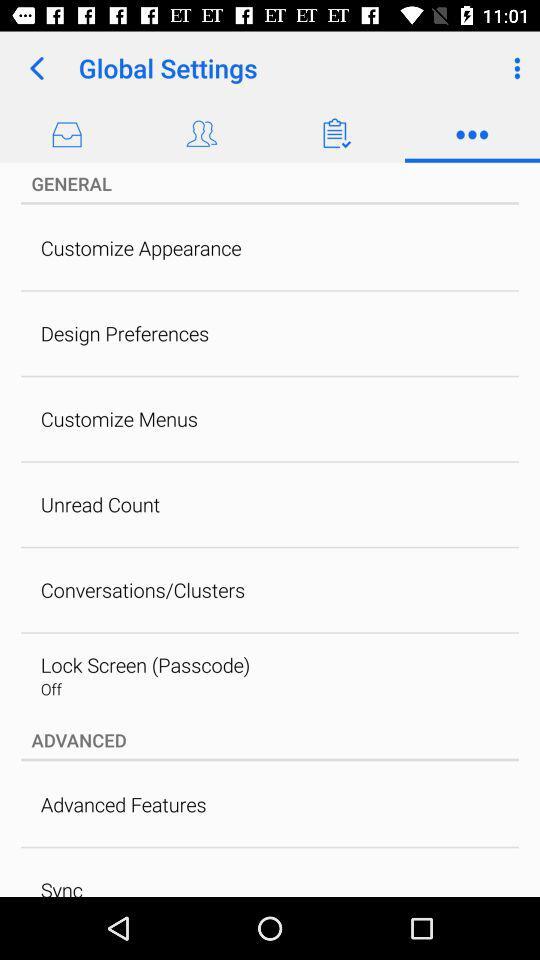 The height and width of the screenshot is (960, 540). What do you see at coordinates (140, 247) in the screenshot?
I see `customize appearance` at bounding box center [140, 247].